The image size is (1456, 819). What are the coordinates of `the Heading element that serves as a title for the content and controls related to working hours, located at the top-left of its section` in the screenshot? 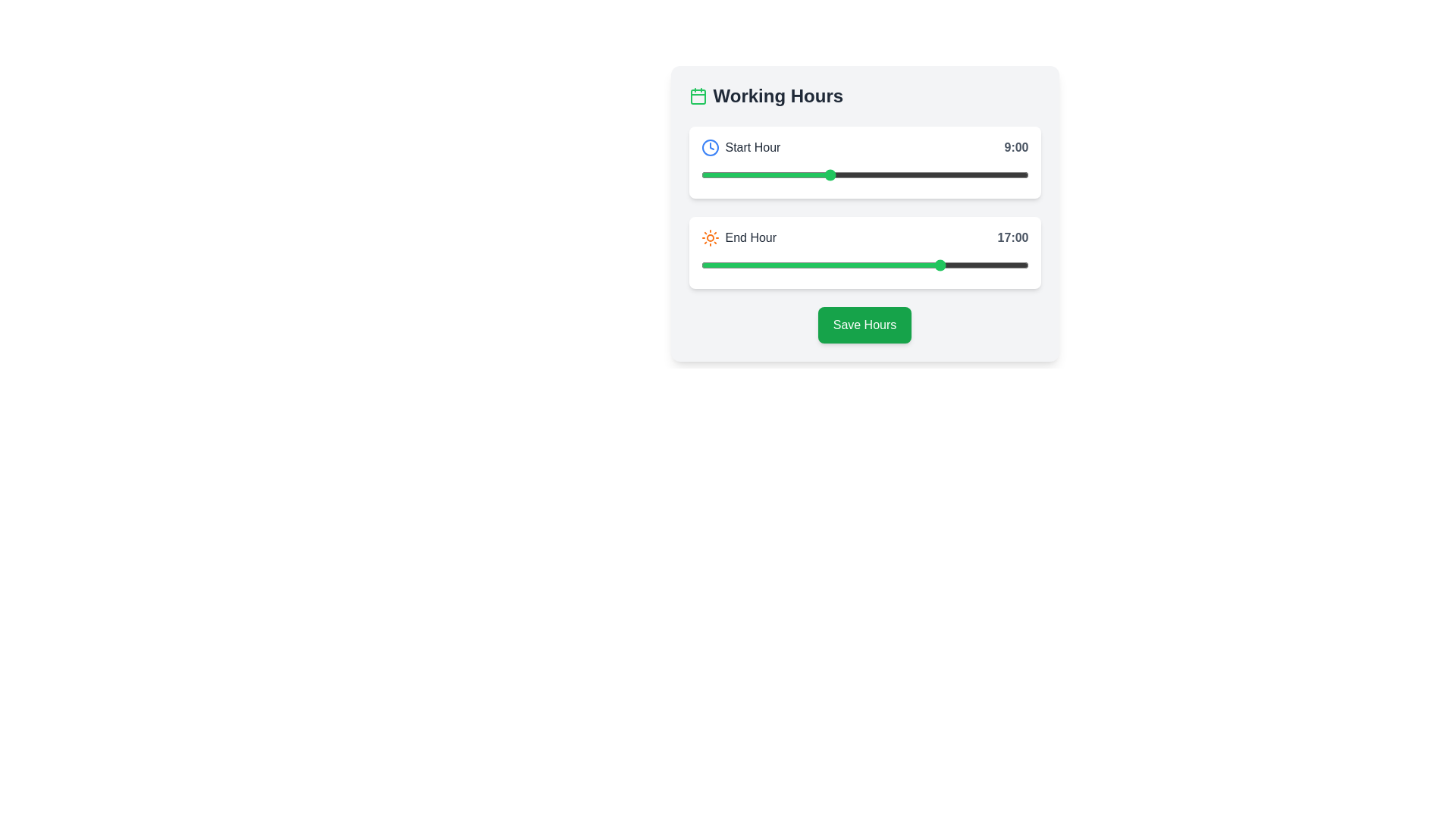 It's located at (766, 96).